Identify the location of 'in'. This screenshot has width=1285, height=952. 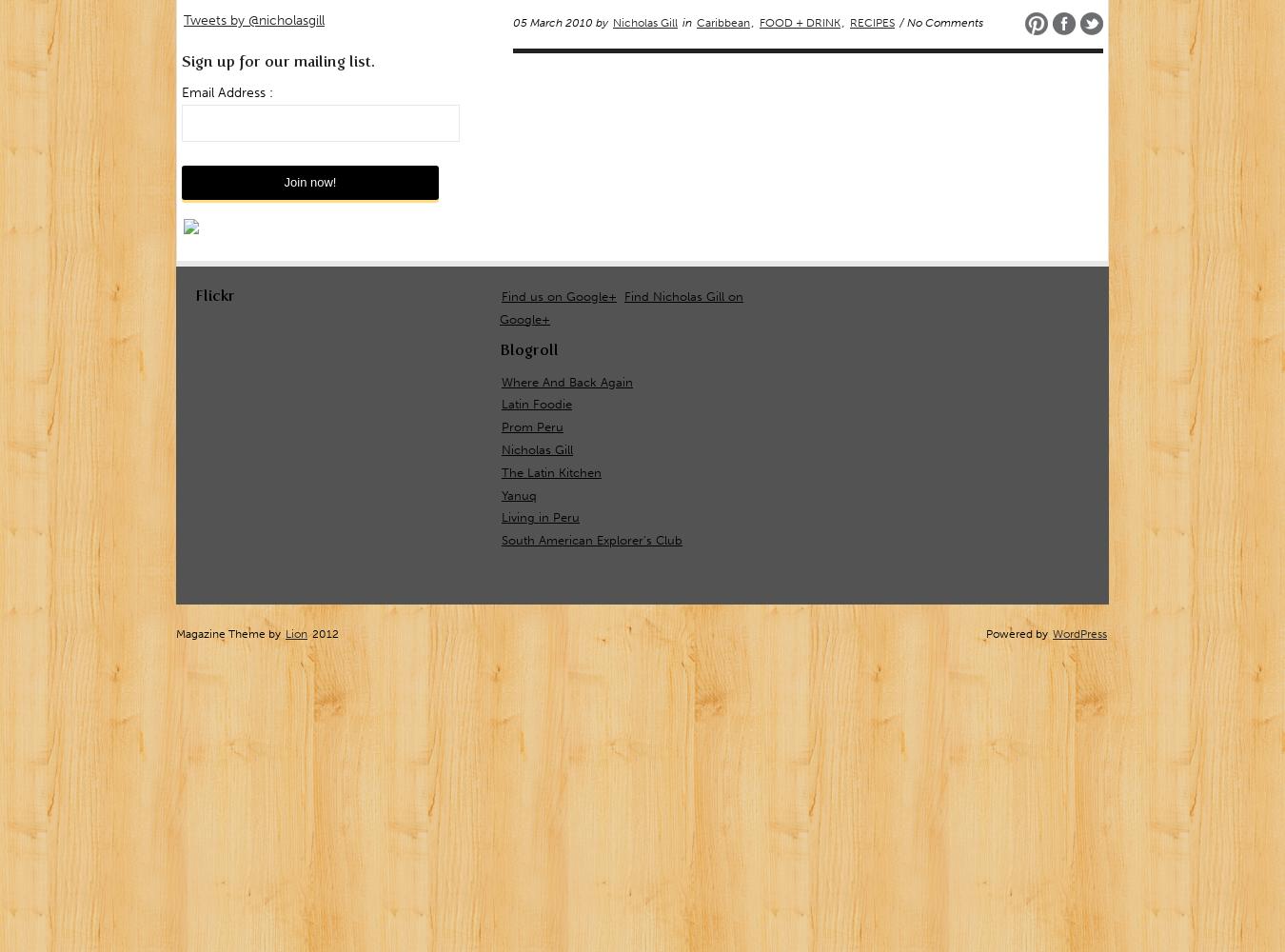
(679, 23).